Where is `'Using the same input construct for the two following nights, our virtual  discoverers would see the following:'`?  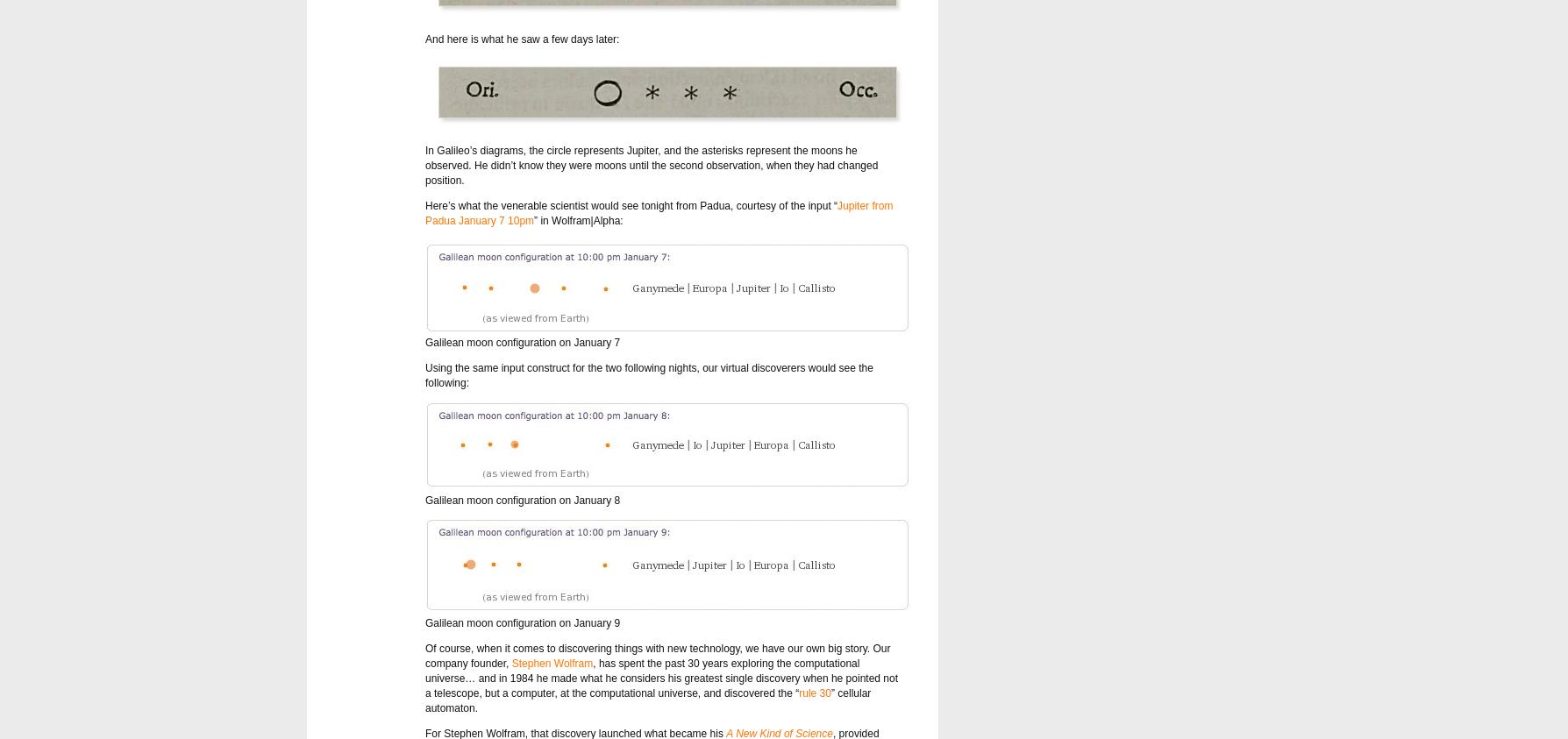
'Using the same input construct for the two following nights, our virtual  discoverers would see the following:' is located at coordinates (425, 375).